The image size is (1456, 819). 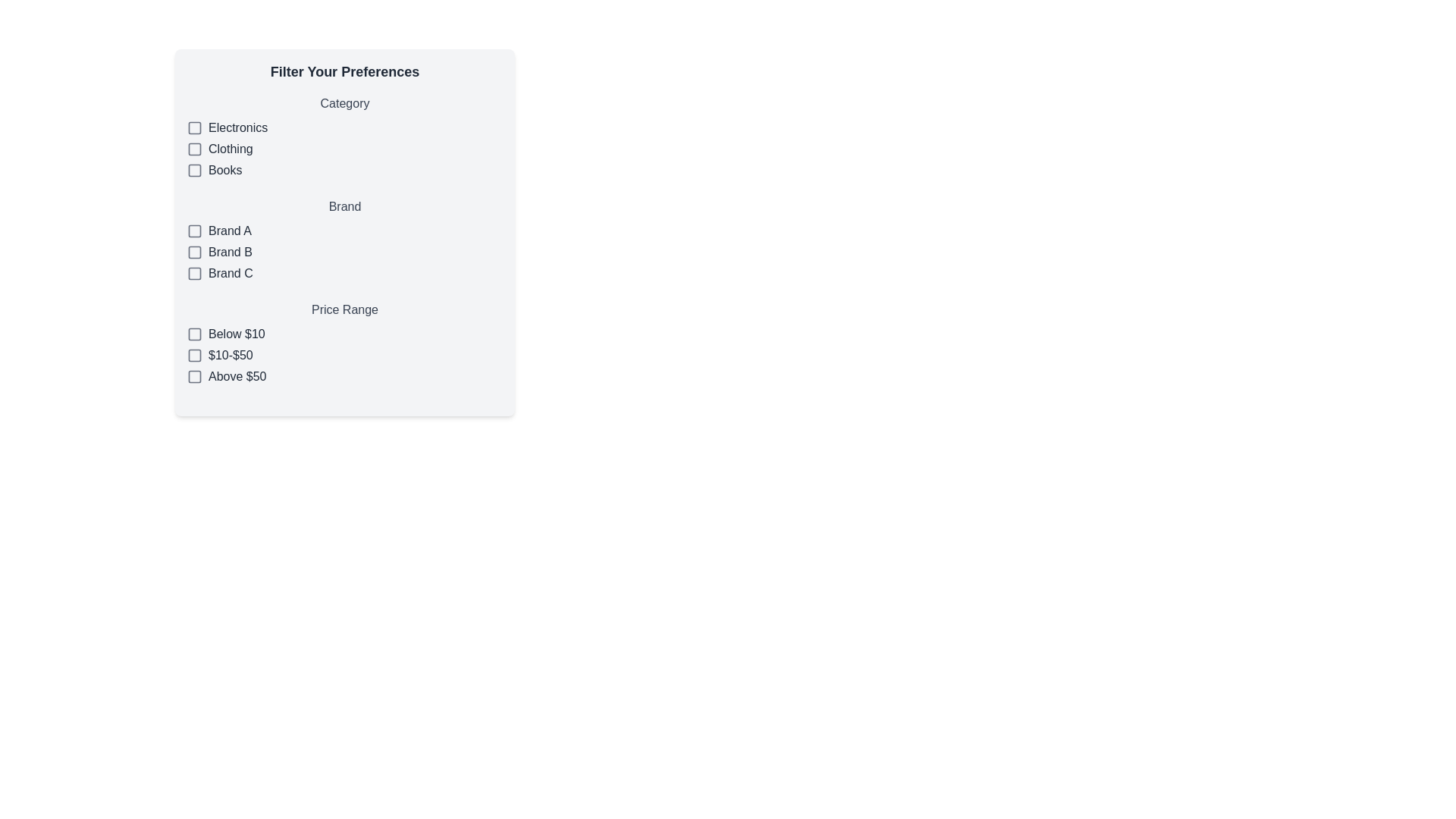 What do you see at coordinates (194, 231) in the screenshot?
I see `the checkbox for 'Brand A'` at bounding box center [194, 231].